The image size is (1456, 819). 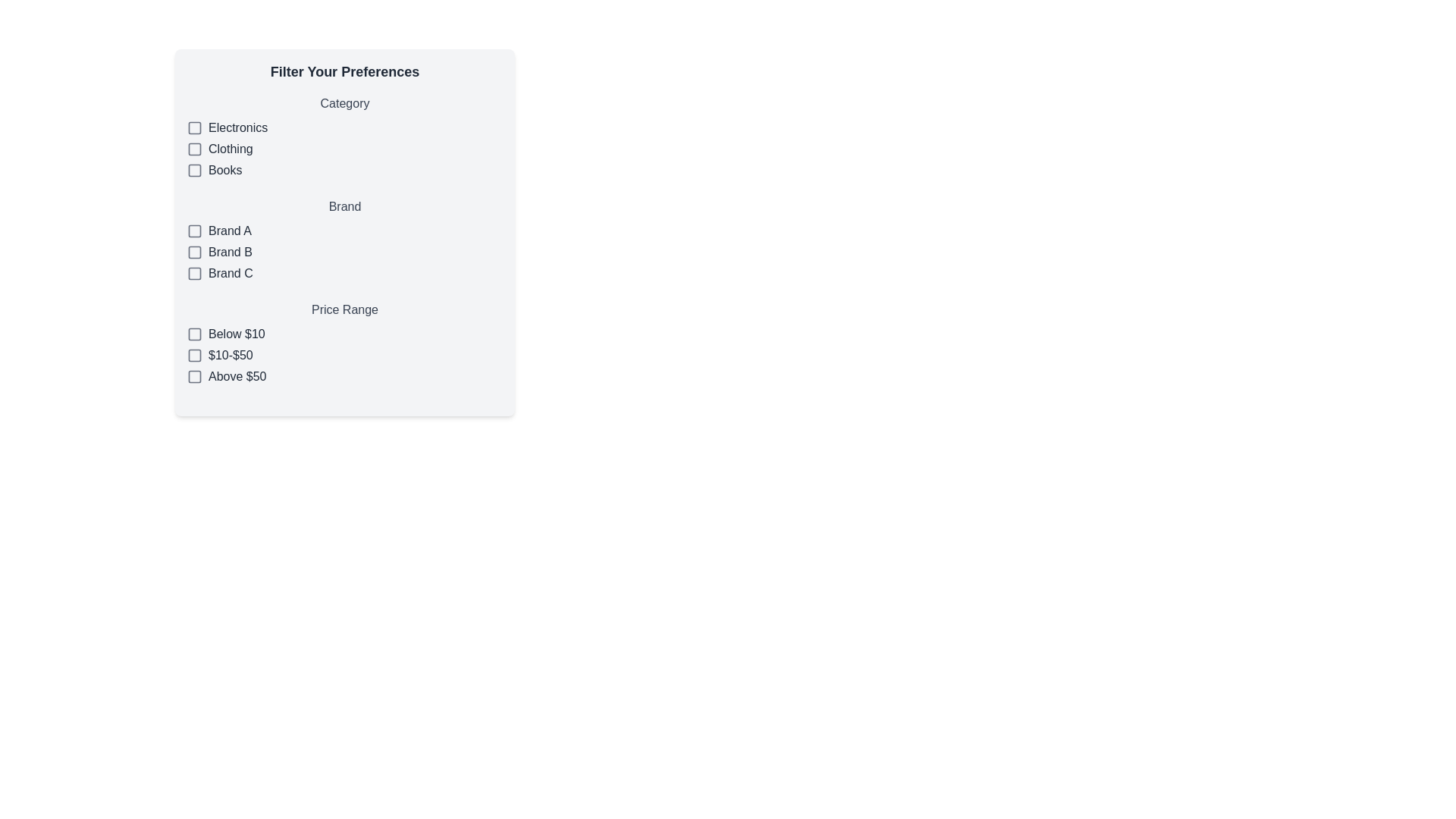 What do you see at coordinates (194, 231) in the screenshot?
I see `the checkbox for 'Brand A'` at bounding box center [194, 231].